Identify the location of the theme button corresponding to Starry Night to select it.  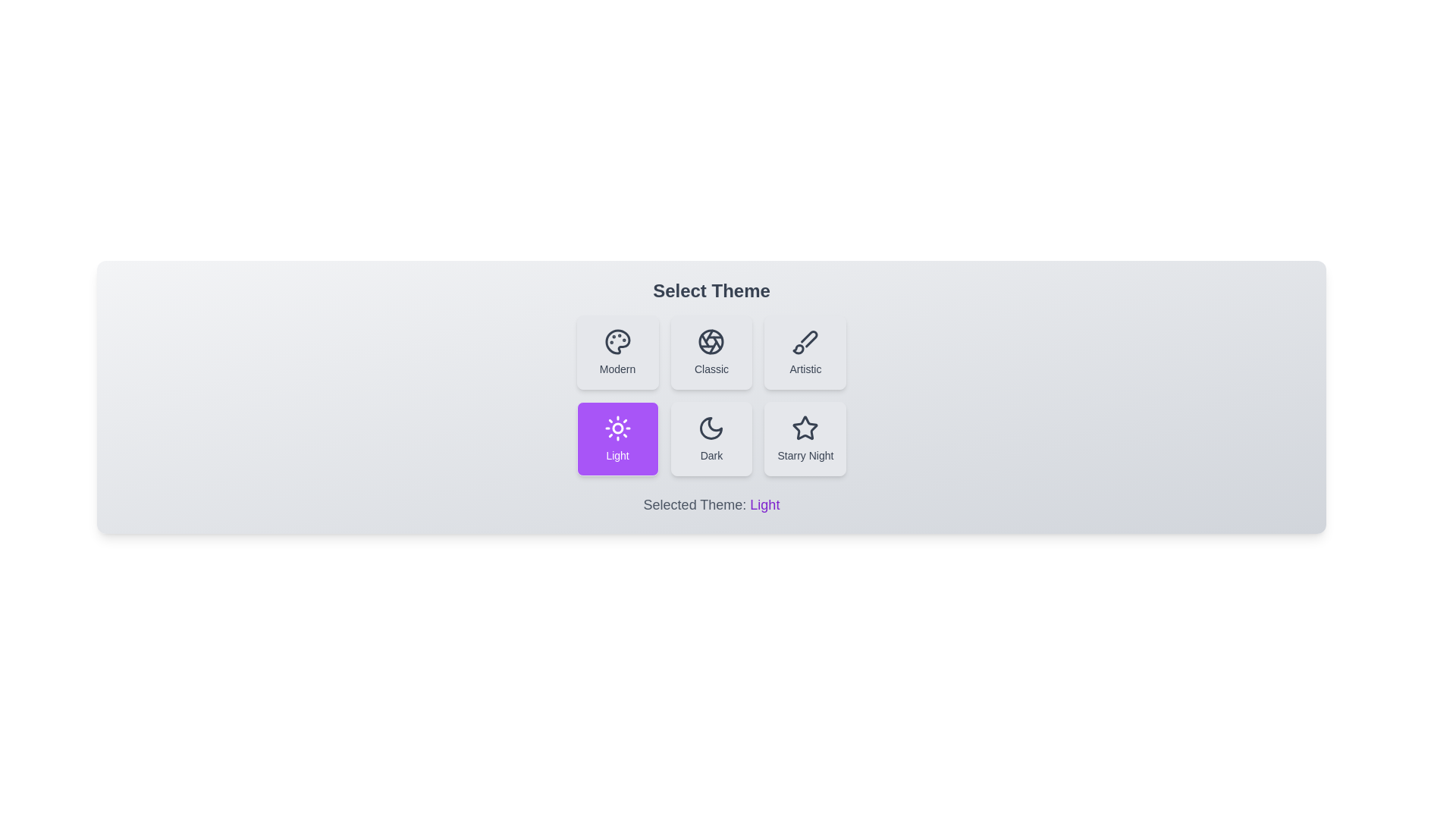
(805, 438).